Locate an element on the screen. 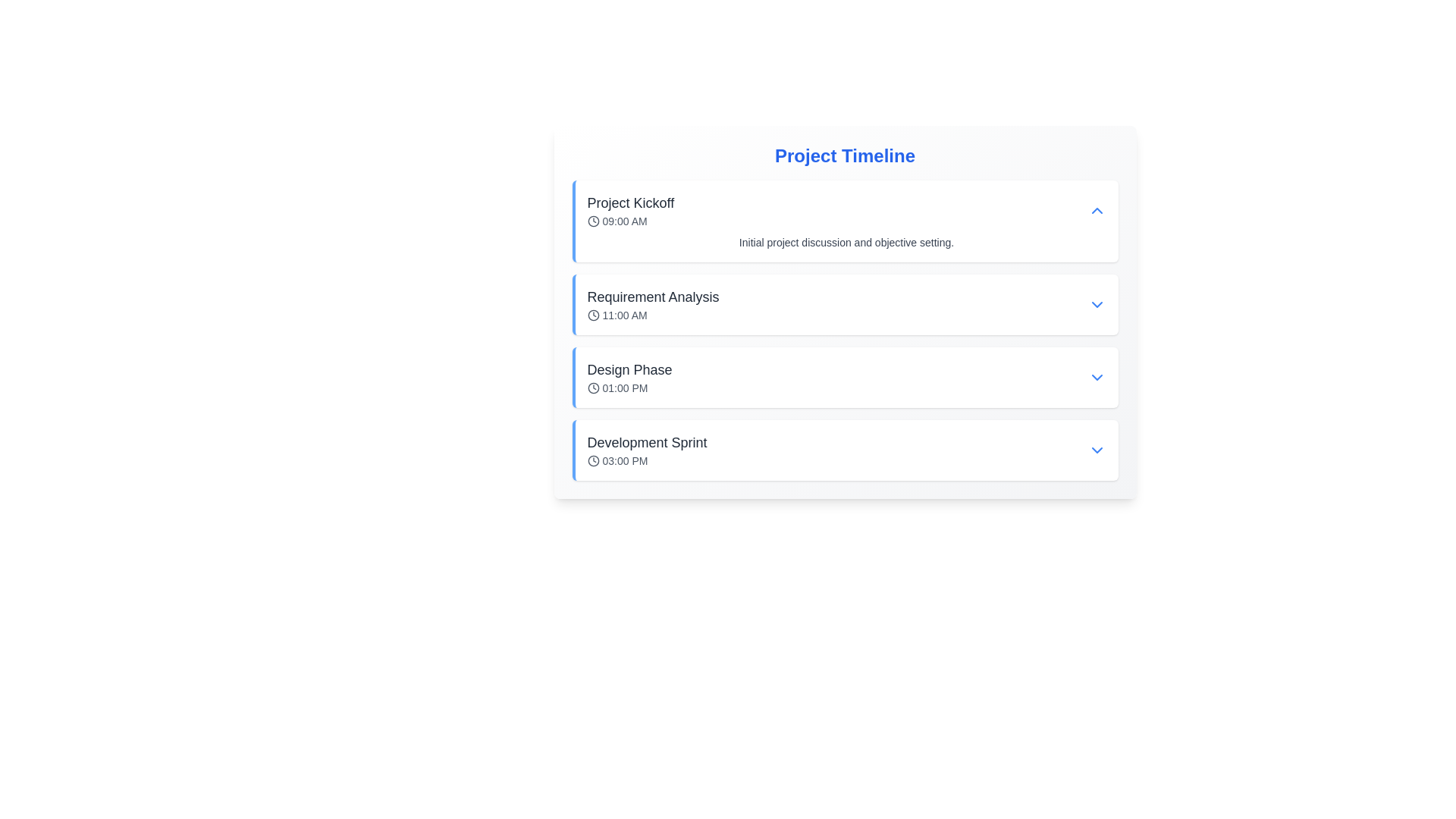 This screenshot has height=819, width=1456. the third Collapsible timeline item labeled 'Design Phase' in the 'Project Timeline' section is located at coordinates (844, 376).